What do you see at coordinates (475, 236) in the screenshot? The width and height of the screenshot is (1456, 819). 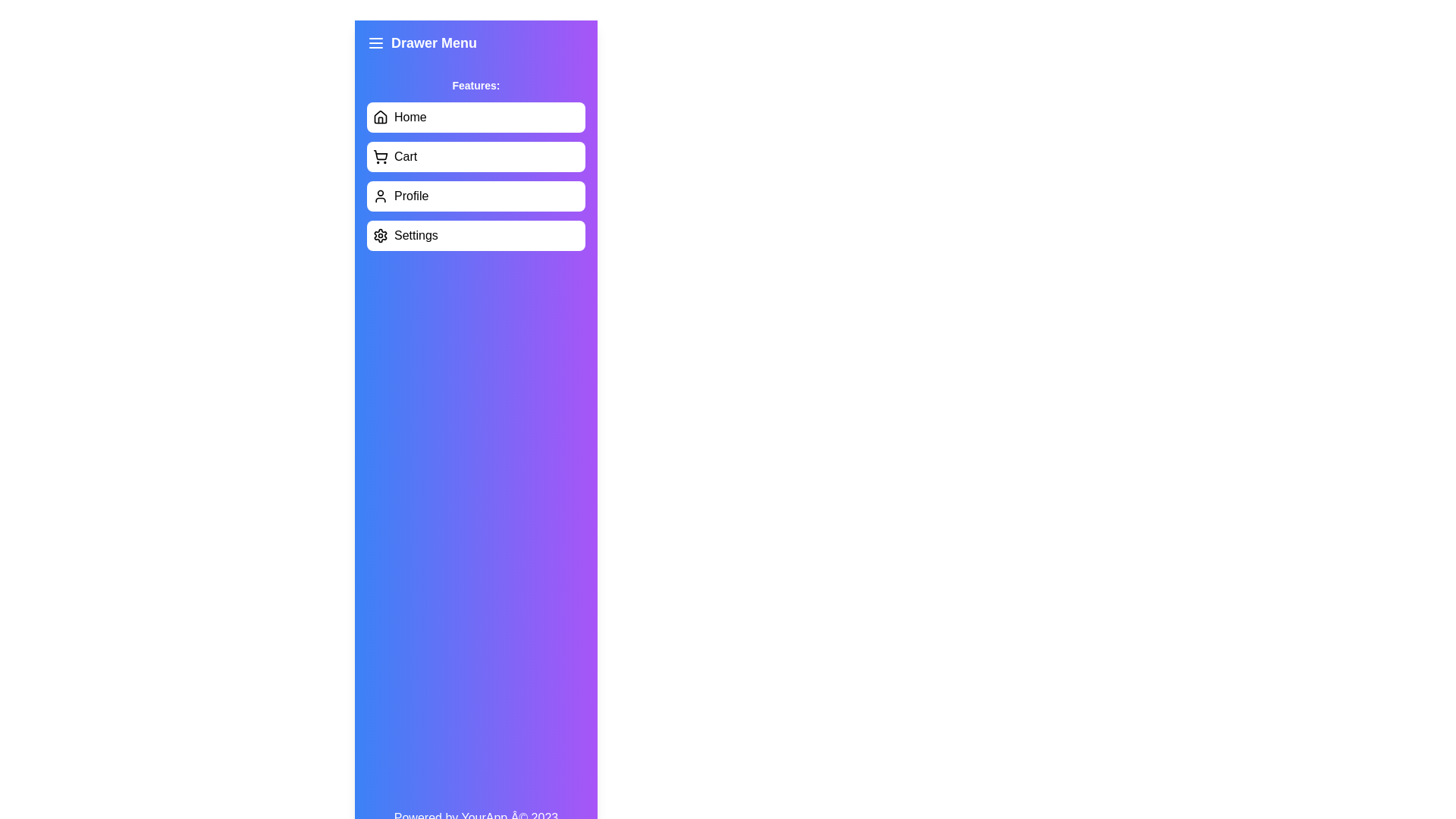 I see `the 'Settings' menu item in the vertical navigation menu to trigger a visual shadow effect` at bounding box center [475, 236].